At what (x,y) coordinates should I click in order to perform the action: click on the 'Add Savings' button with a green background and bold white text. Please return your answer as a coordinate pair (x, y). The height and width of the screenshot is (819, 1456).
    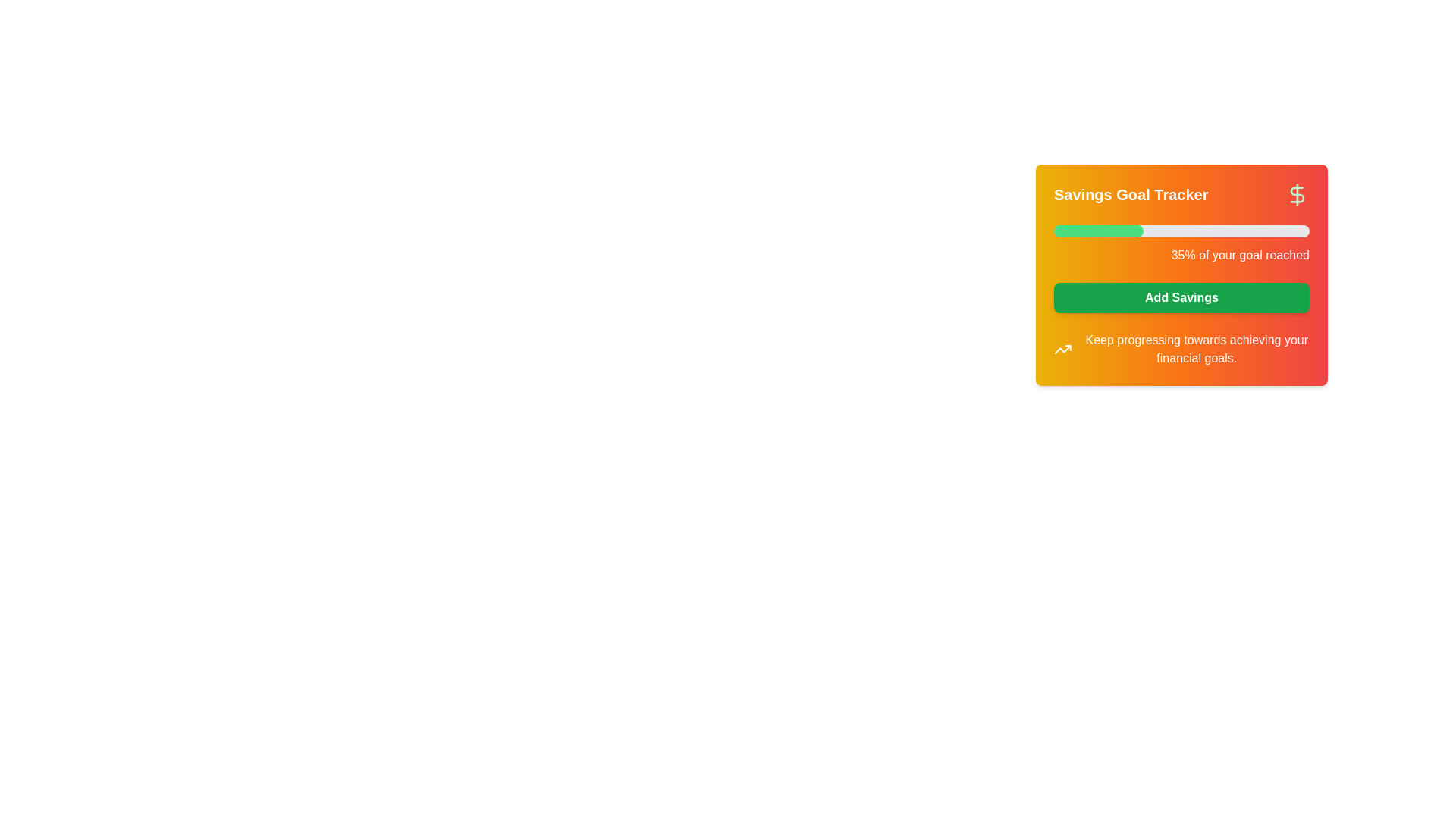
    Looking at the image, I should click on (1181, 298).